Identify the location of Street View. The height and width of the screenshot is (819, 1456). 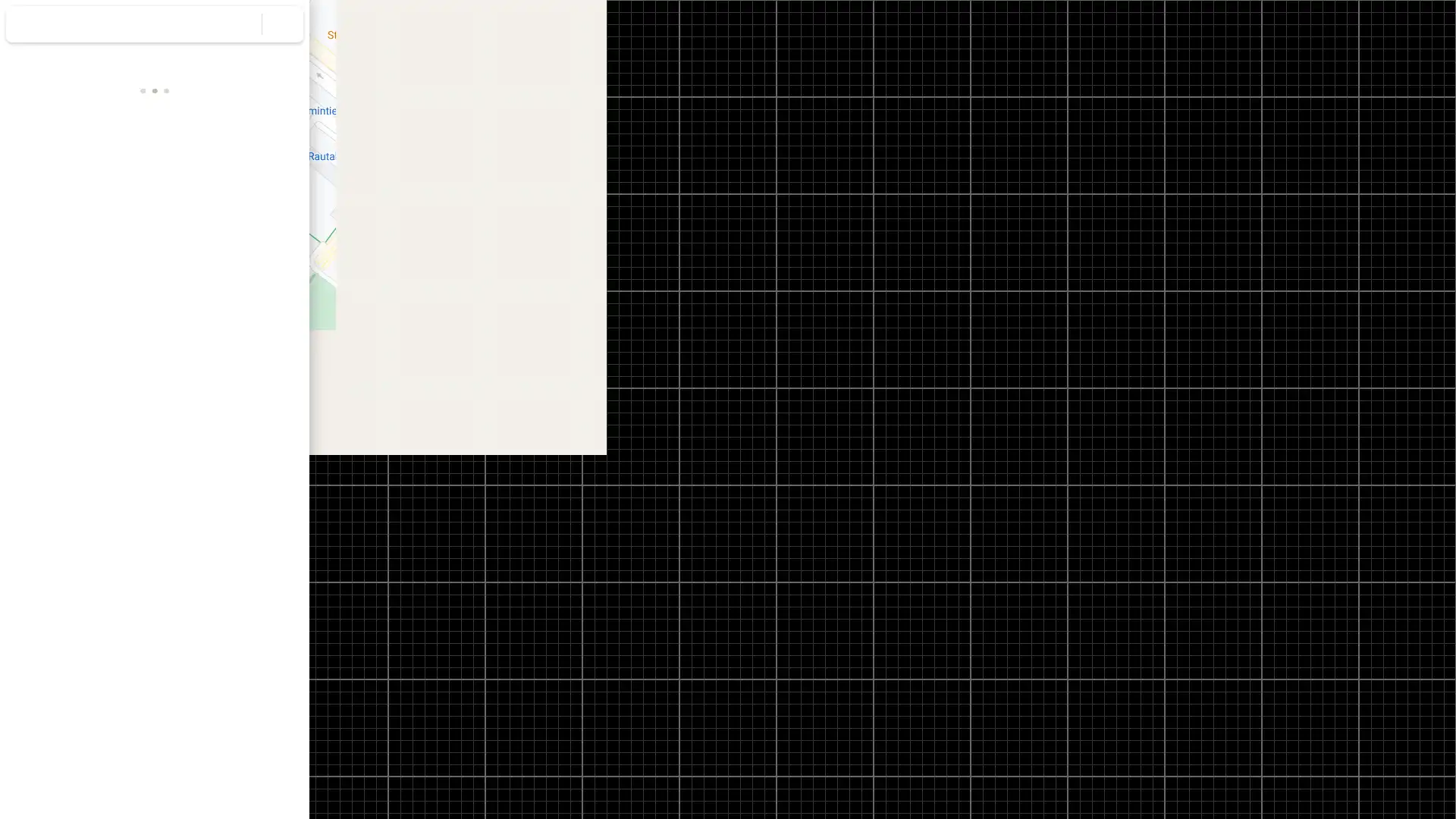
(155, 556).